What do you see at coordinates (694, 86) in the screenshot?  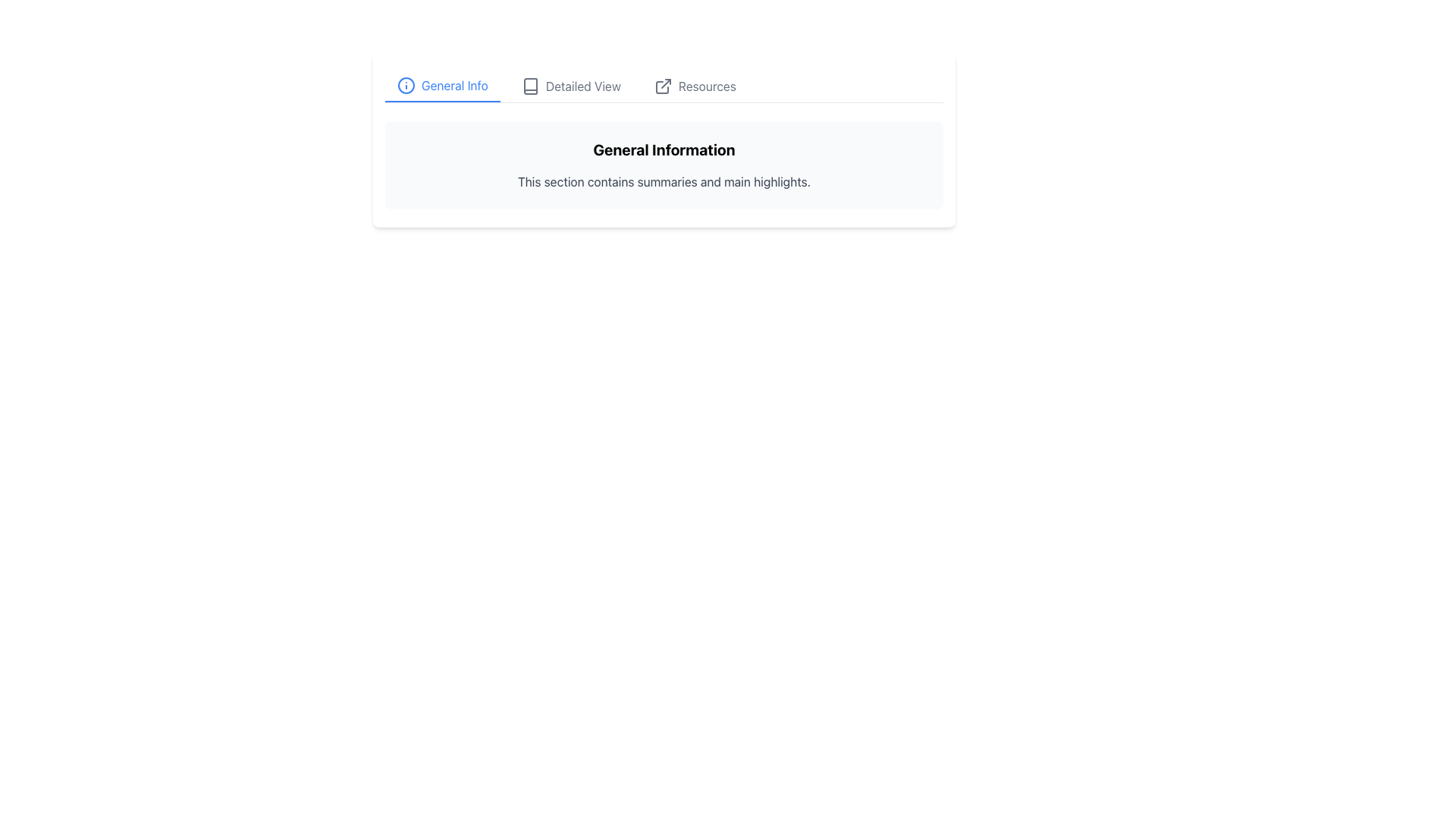 I see `the clickable text label 'Resources' with an external link icon` at bounding box center [694, 86].